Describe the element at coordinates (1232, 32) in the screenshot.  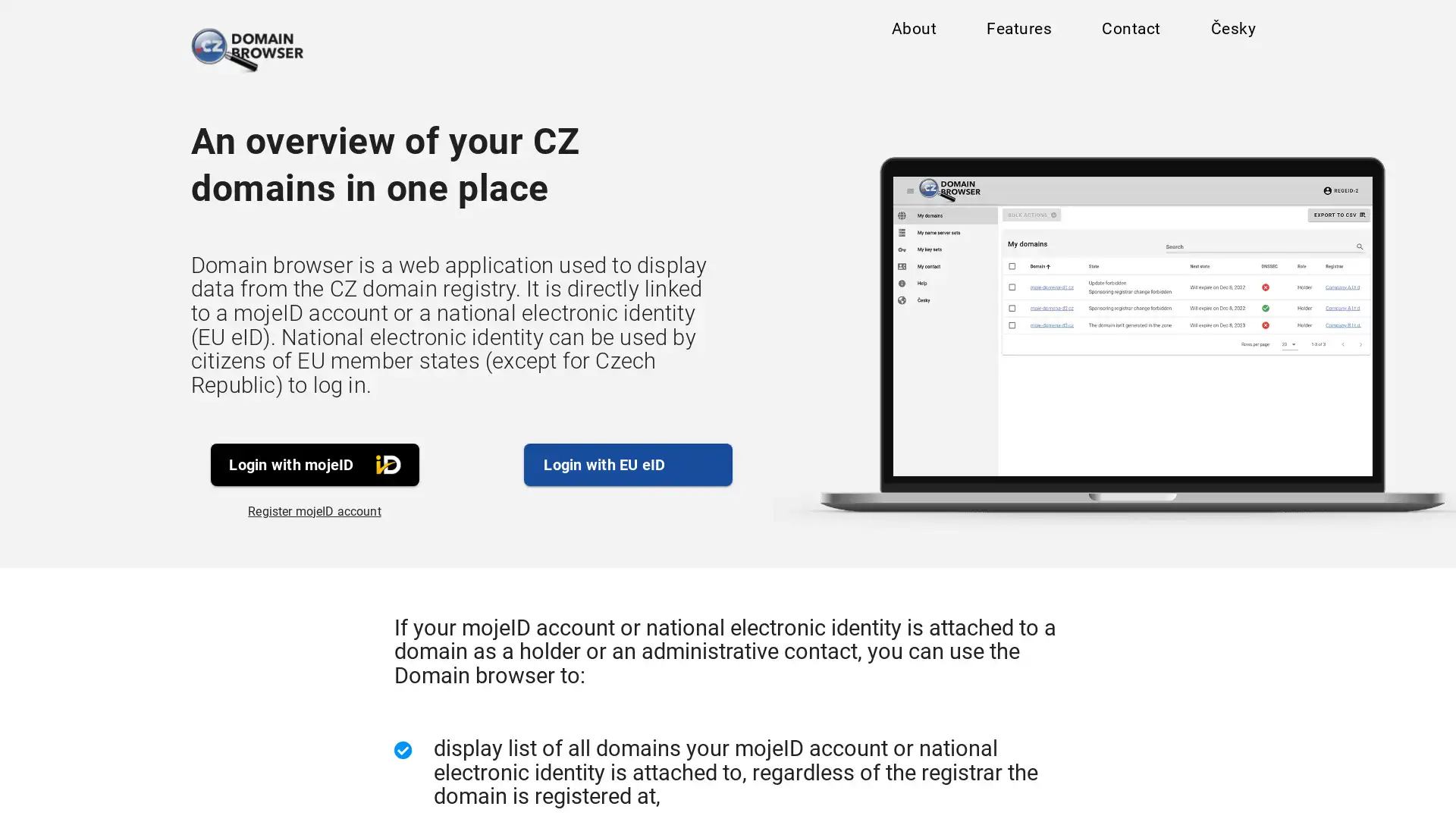
I see `Cesky` at that location.